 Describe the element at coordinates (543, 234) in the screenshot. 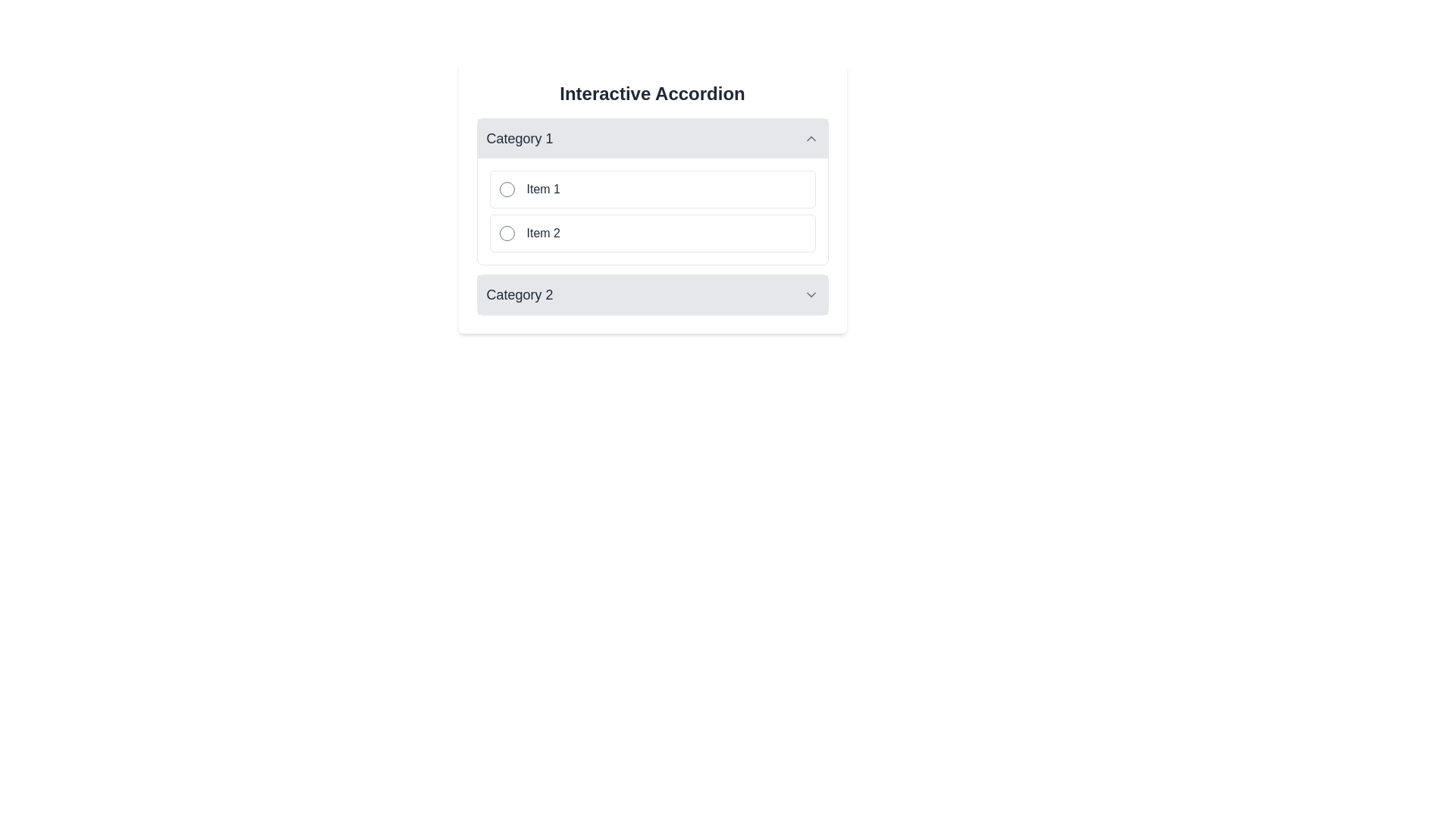

I see `the Text label that is positioned under 'Item 1' within the 'Category 1' collapsible list, which serves as a descriptor for a selectable radio button option` at that location.